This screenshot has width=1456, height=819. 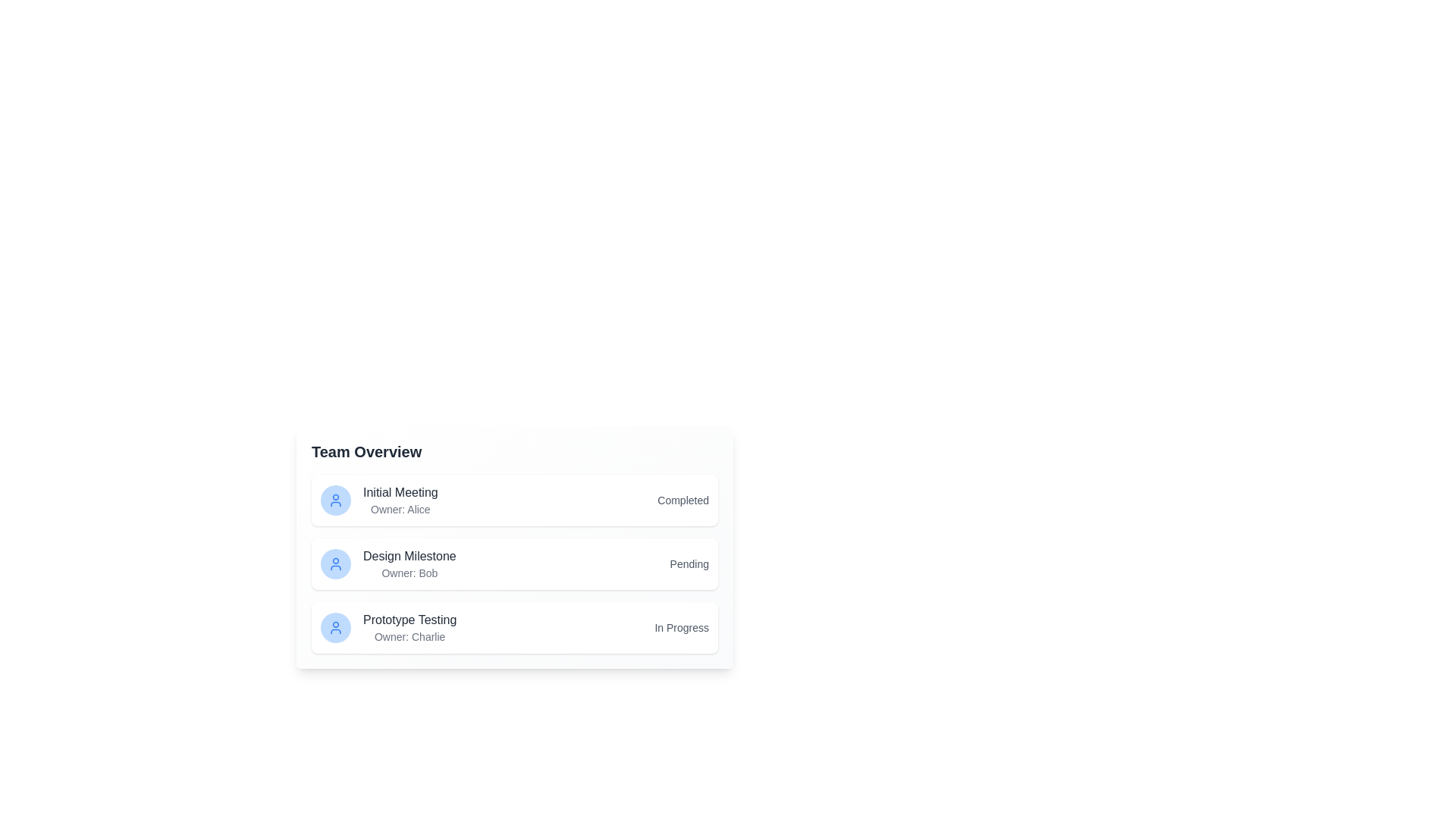 I want to click on the 'In Progress' text label, which is styled in gray and indicates status, located at the far right of the 'Prototype Testing Owner: Charlie' card, so click(x=681, y=628).